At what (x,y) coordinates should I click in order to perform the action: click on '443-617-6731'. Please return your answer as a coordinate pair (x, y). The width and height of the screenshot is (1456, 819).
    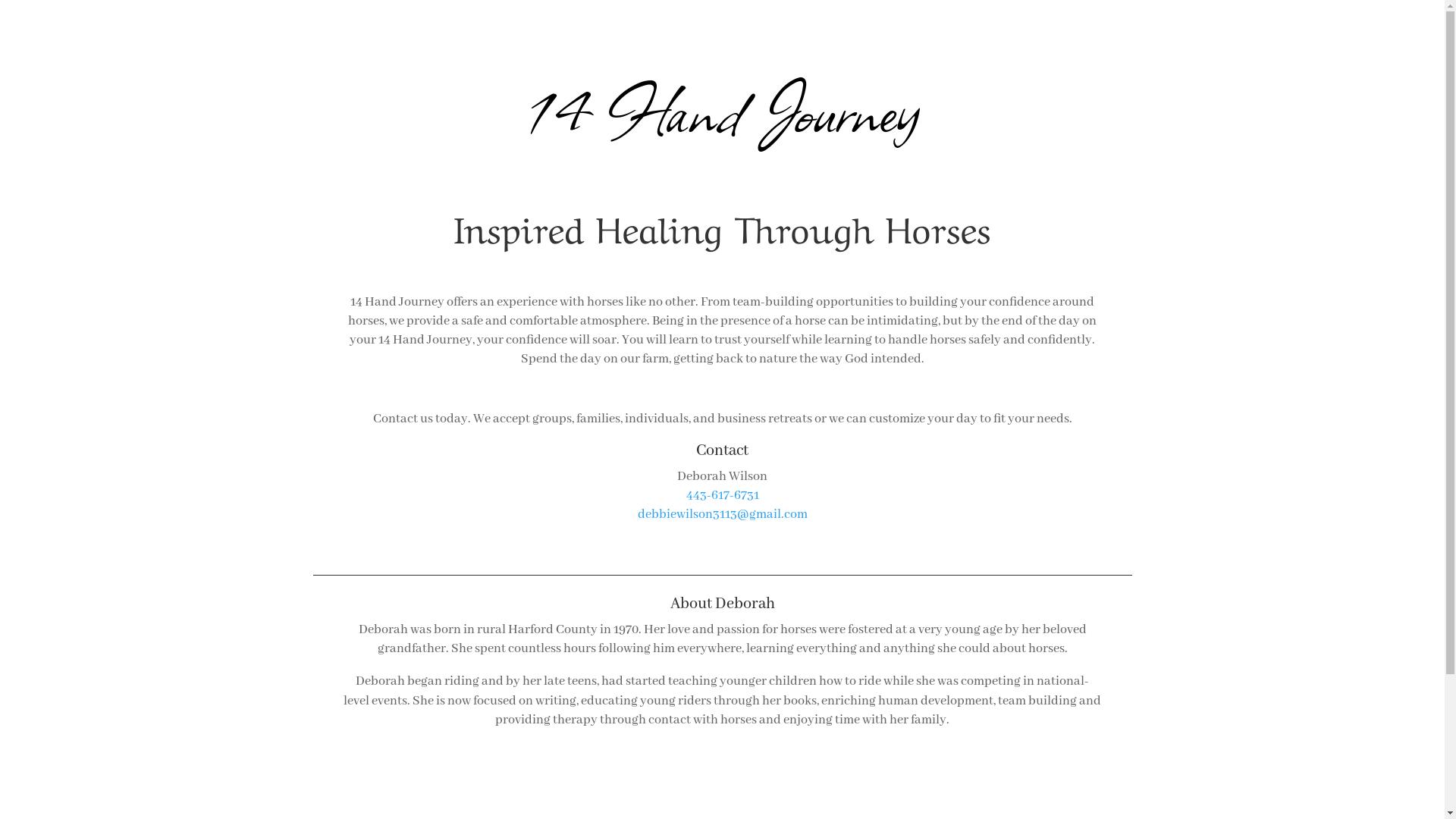
    Looking at the image, I should click on (684, 495).